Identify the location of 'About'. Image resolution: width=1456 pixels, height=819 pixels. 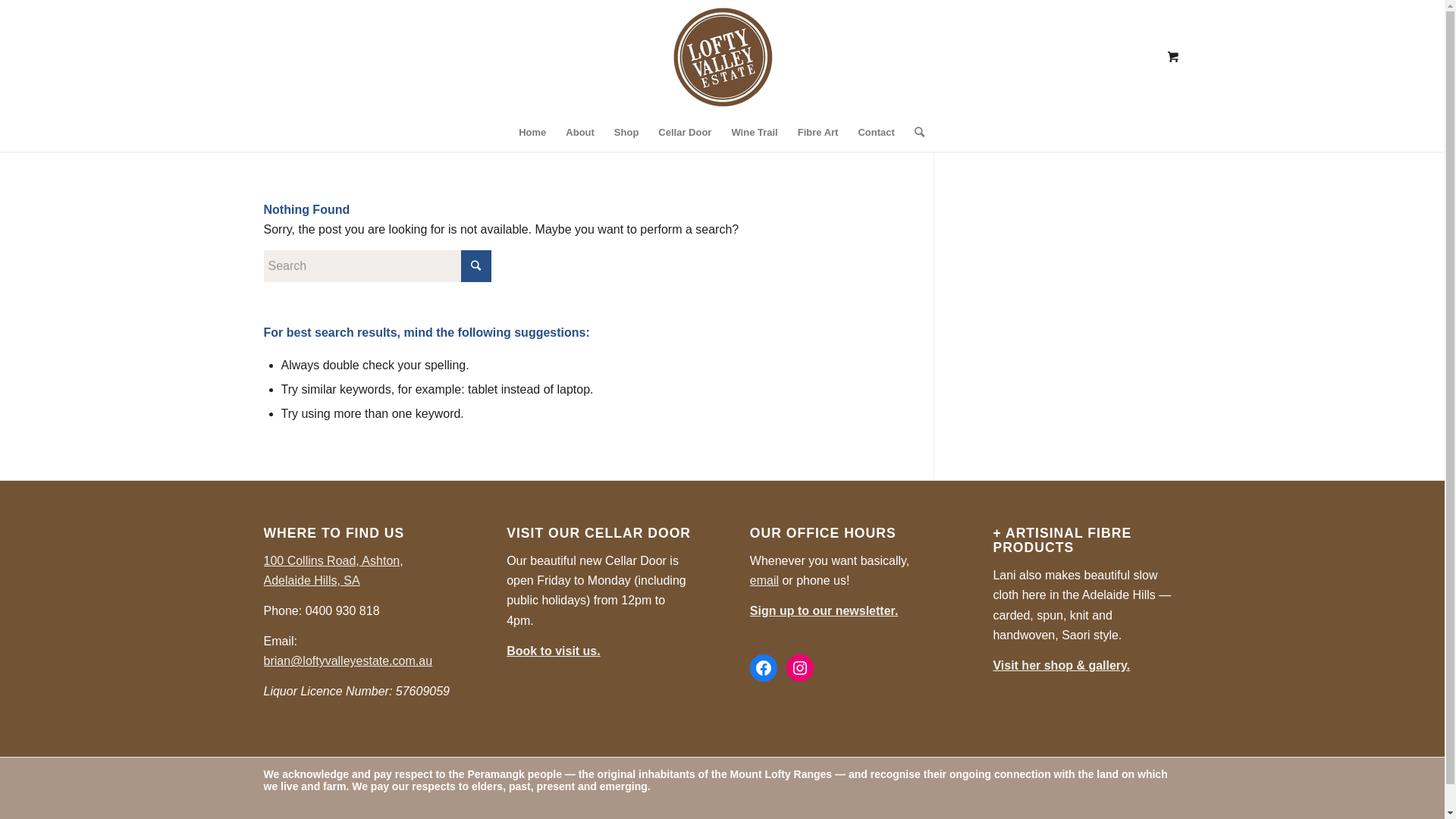
(555, 131).